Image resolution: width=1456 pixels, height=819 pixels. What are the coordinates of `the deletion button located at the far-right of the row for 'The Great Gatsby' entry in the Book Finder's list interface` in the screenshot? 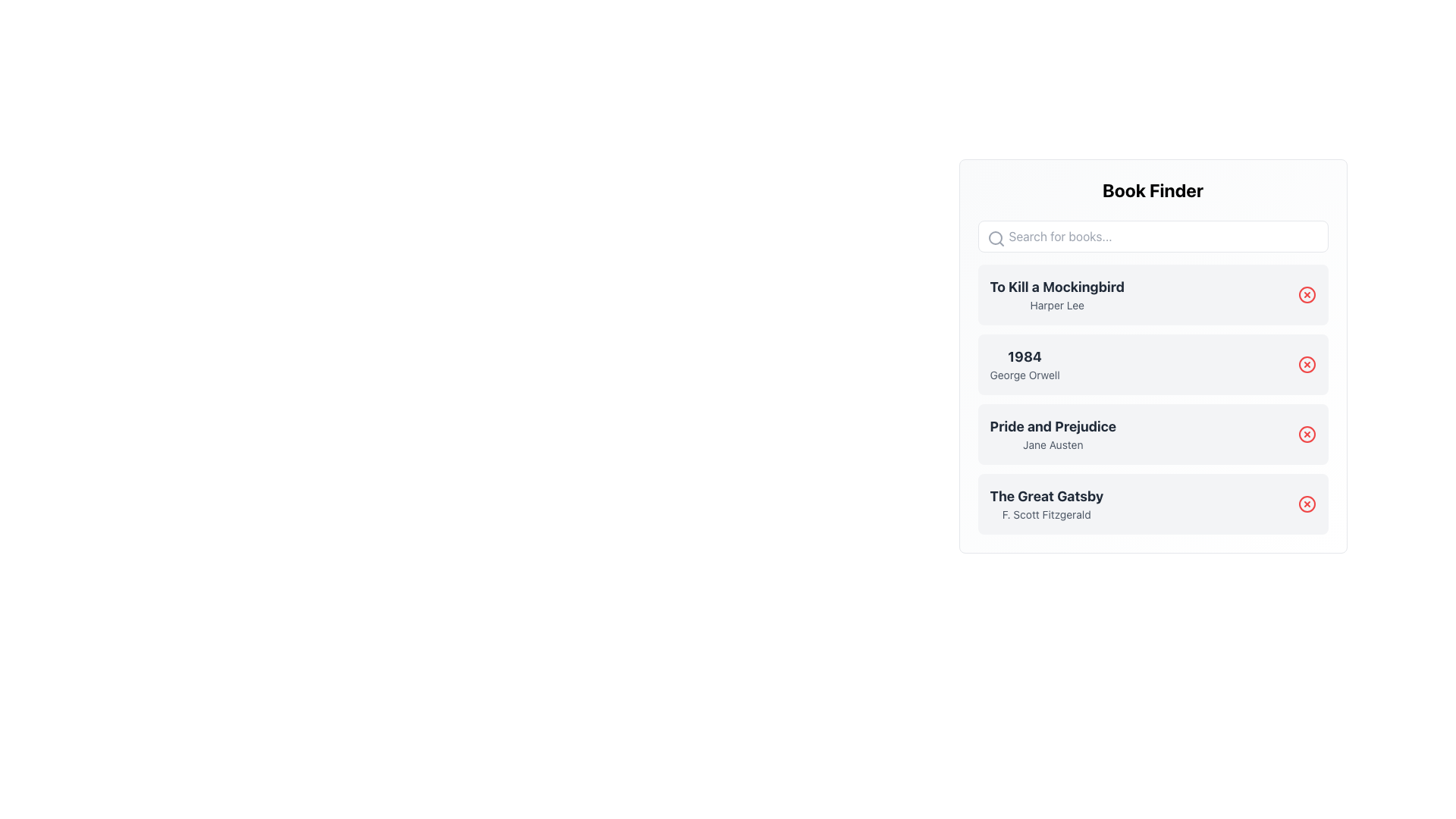 It's located at (1306, 504).